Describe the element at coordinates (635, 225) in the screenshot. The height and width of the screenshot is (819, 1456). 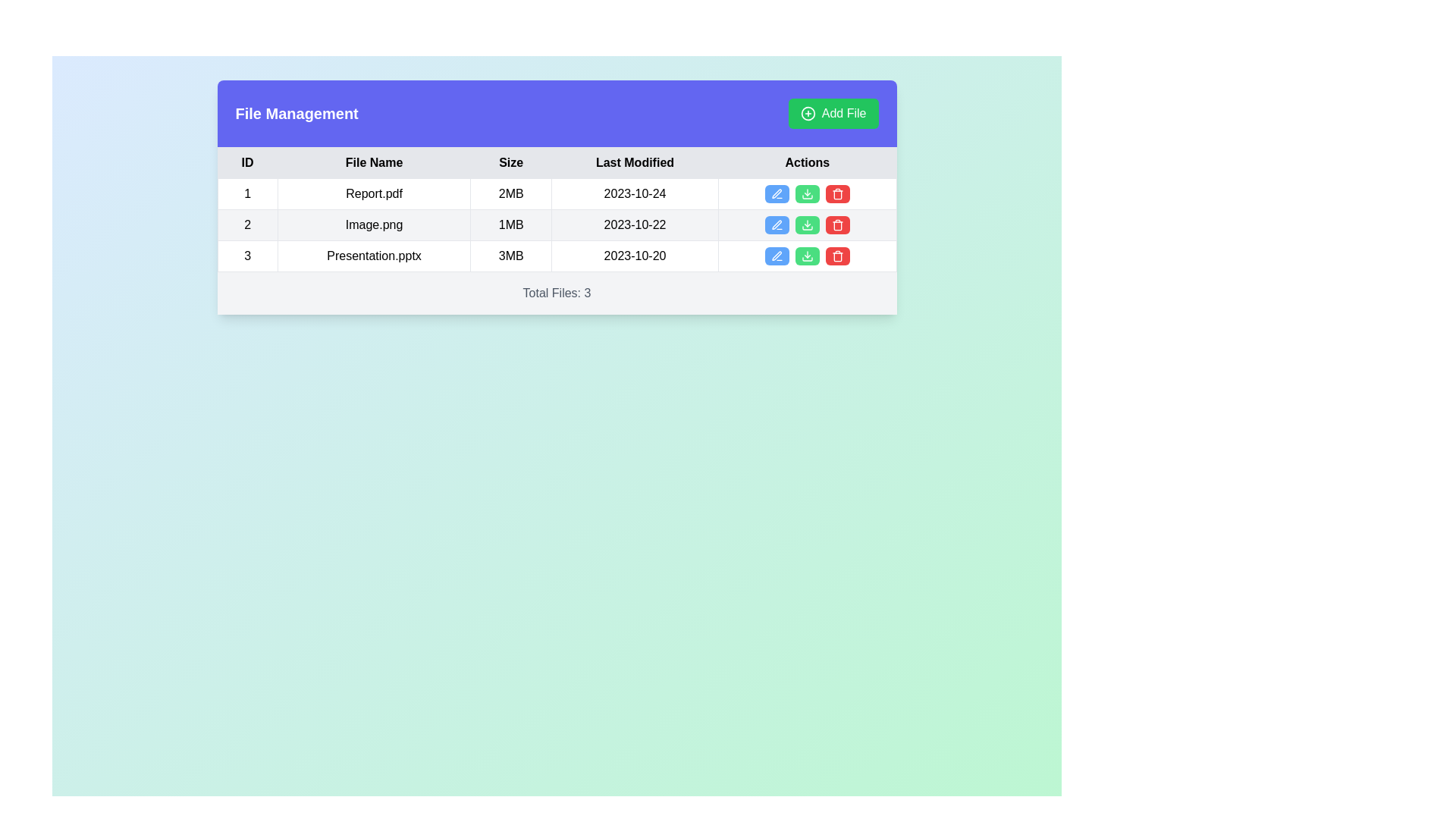
I see `the non-interactive text label displaying the last modified date of the file 'Image.png', located in the fourth column of the table` at that location.